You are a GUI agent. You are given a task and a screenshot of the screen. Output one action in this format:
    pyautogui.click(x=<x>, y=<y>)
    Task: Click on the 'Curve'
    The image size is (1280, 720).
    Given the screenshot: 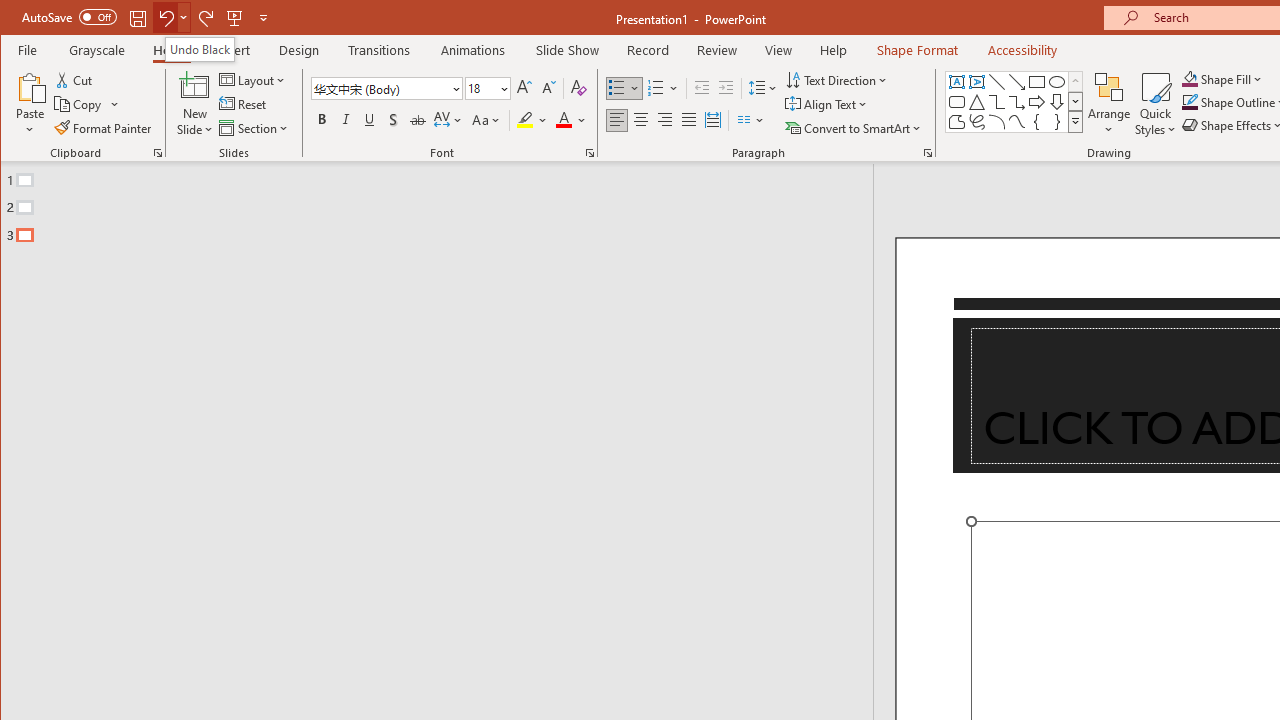 What is the action you would take?
    pyautogui.click(x=1016, y=122)
    